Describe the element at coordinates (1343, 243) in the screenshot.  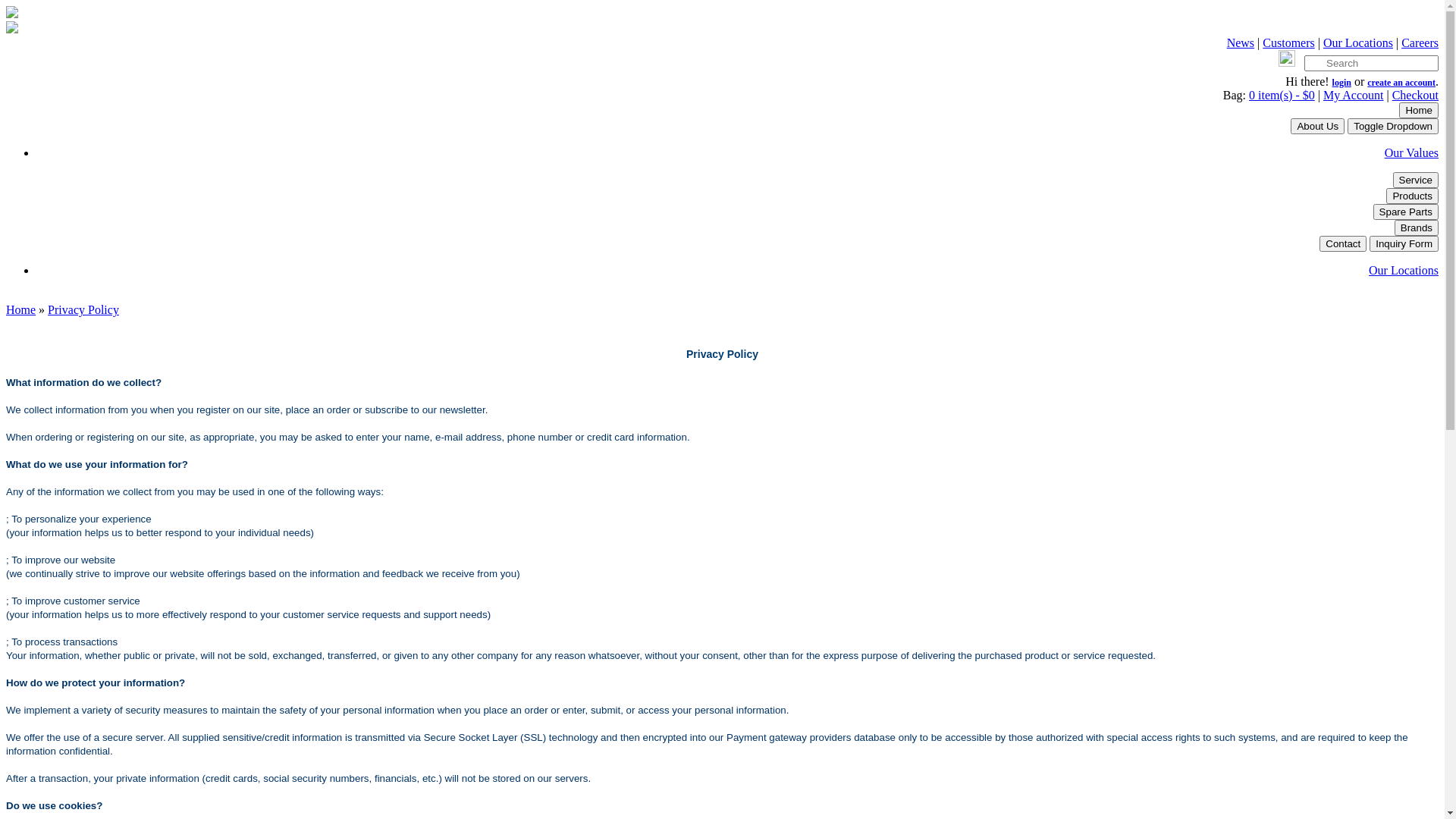
I see `'Contact'` at that location.